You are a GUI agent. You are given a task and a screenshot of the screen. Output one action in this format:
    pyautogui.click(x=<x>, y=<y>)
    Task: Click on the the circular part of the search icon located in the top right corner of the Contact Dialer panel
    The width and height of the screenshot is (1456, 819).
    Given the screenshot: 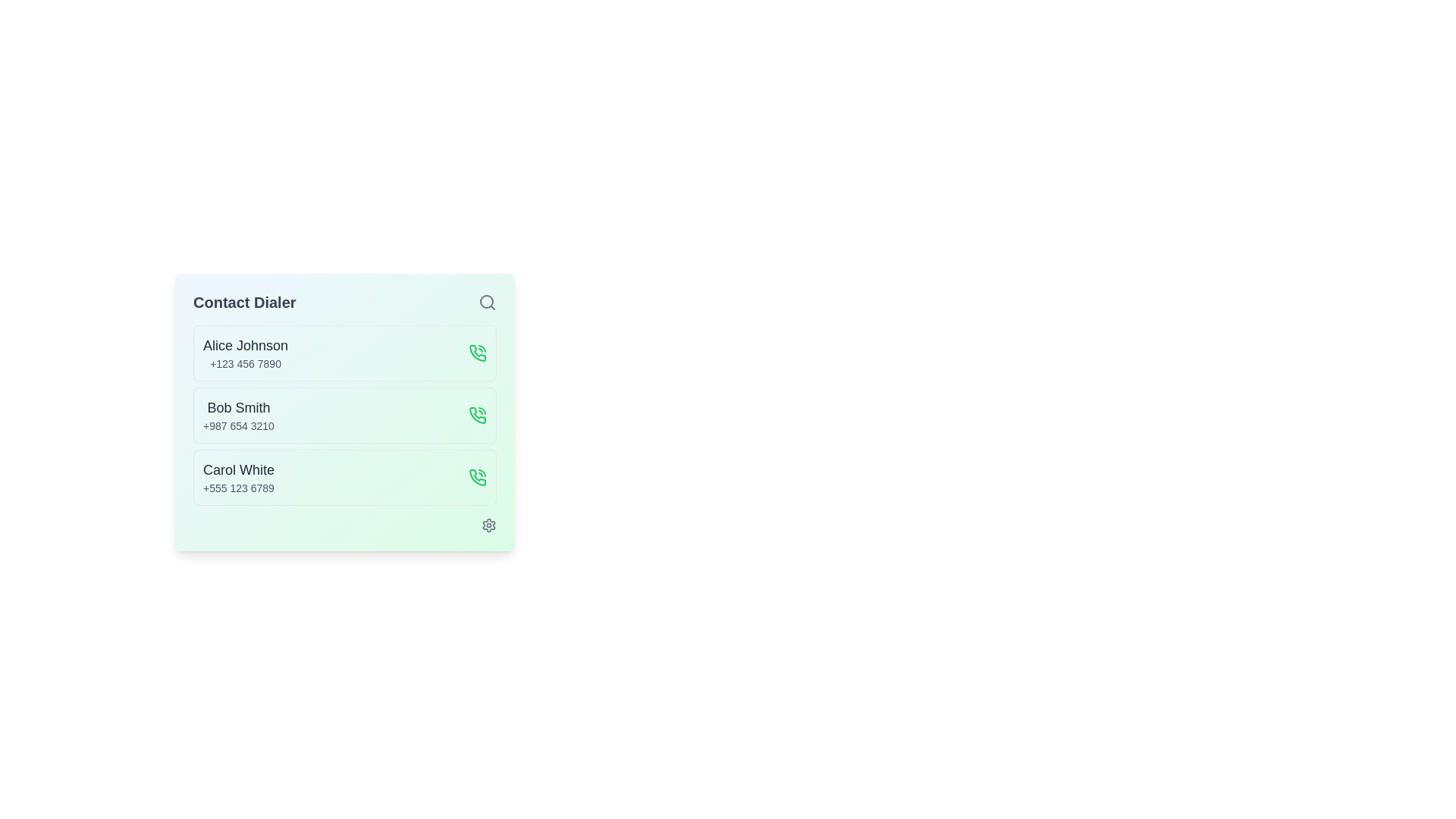 What is the action you would take?
    pyautogui.click(x=487, y=301)
    